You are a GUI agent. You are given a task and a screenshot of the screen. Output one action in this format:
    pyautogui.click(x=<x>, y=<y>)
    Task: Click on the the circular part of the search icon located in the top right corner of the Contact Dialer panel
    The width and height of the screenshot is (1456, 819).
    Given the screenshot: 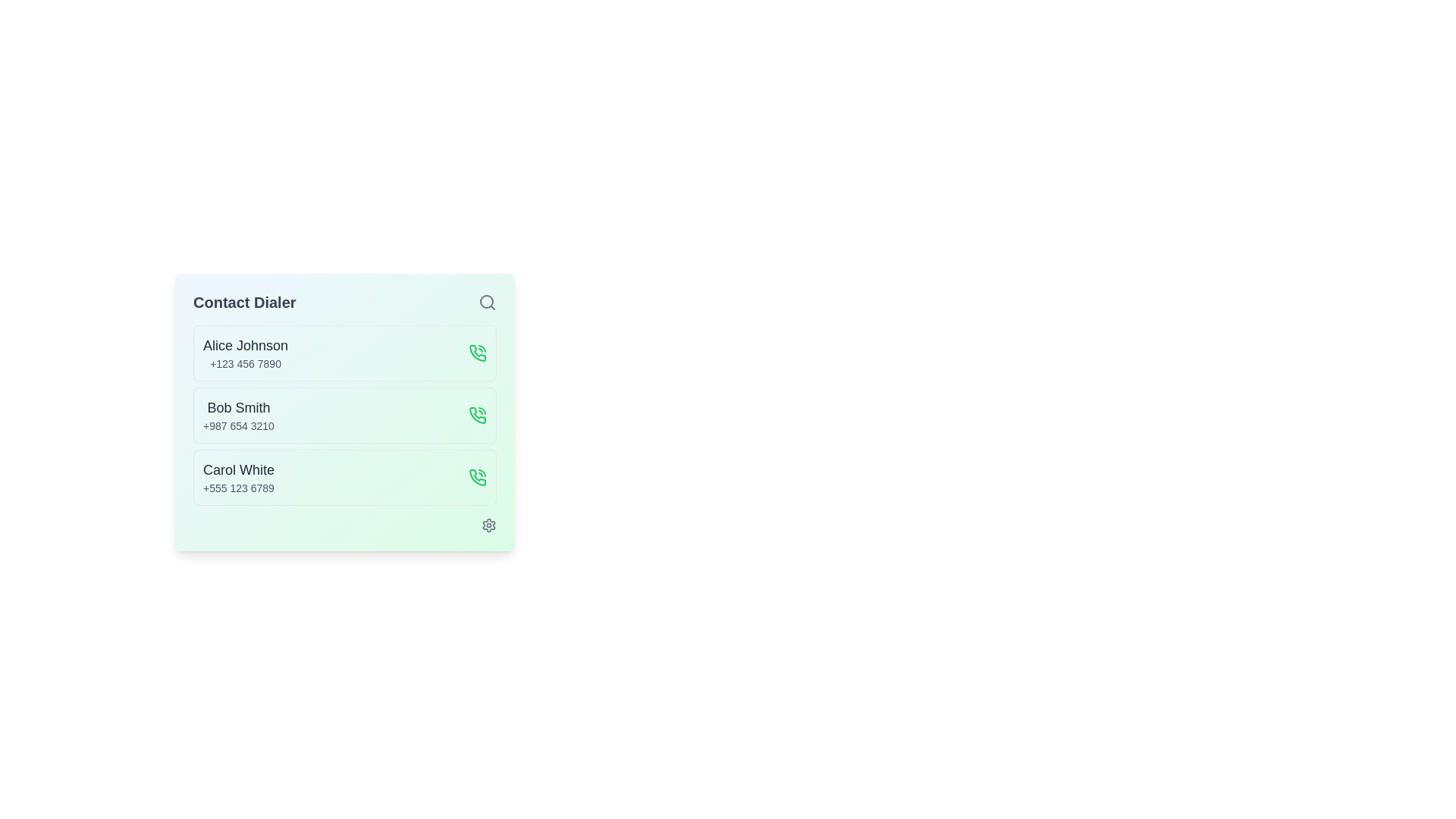 What is the action you would take?
    pyautogui.click(x=487, y=301)
    